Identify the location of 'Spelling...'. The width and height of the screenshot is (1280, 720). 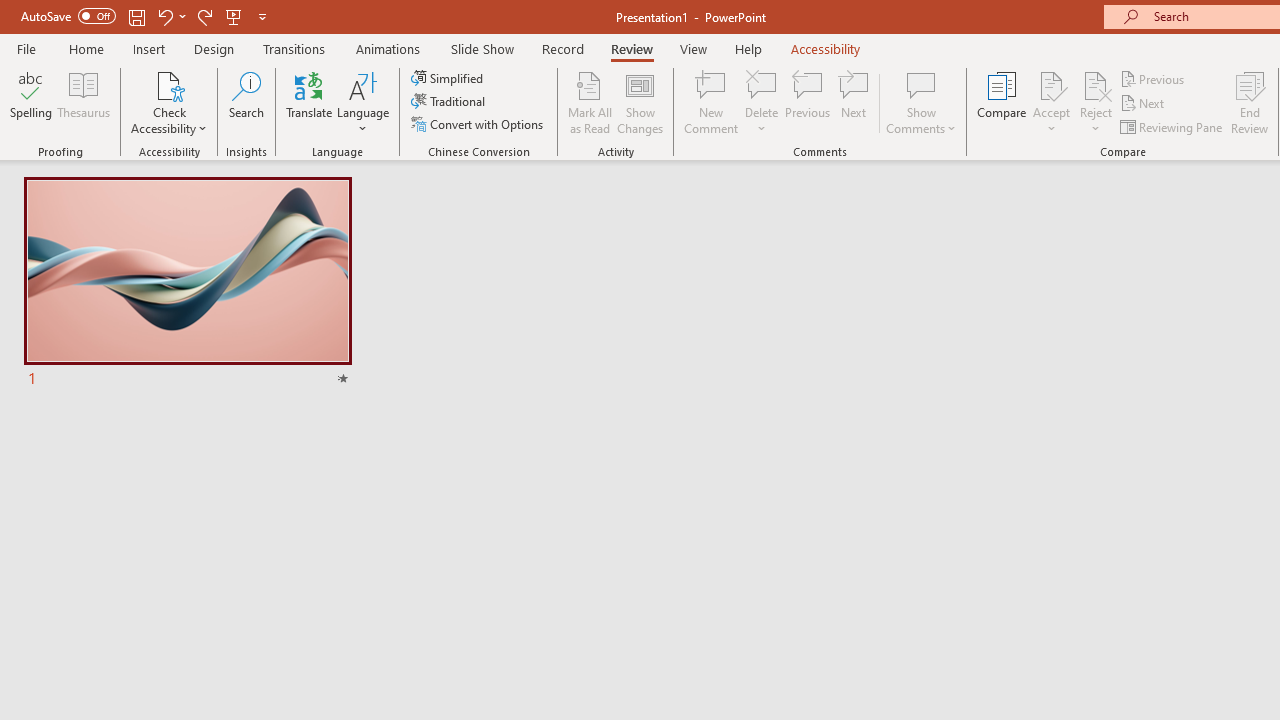
(31, 103).